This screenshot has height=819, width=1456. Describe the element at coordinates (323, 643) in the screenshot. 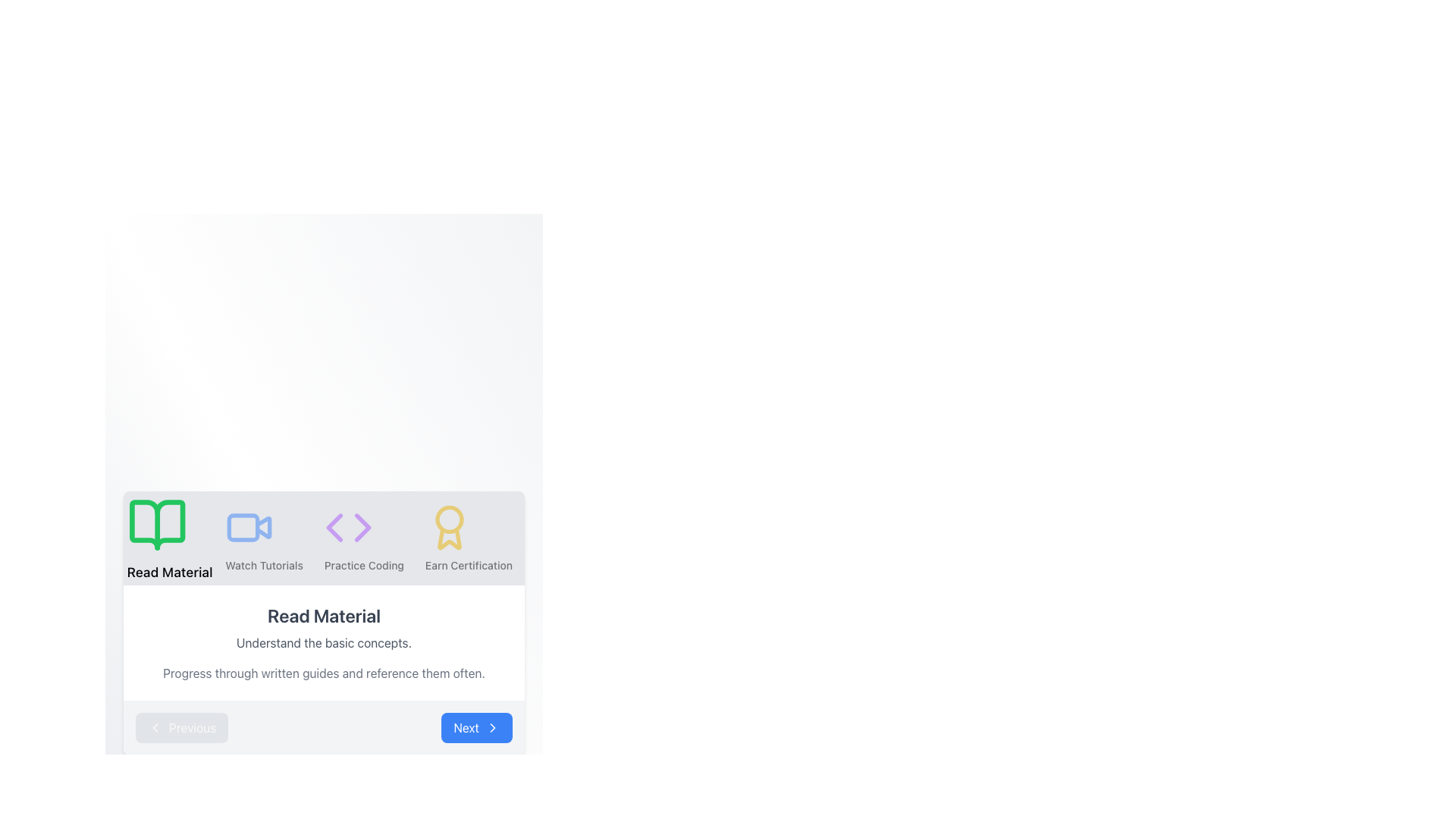

I see `text group that contains the heading 'Read Material' and its descriptions, which are centrally aligned within a light-colored box, located above the 'Previous' and 'Next' buttons` at that location.